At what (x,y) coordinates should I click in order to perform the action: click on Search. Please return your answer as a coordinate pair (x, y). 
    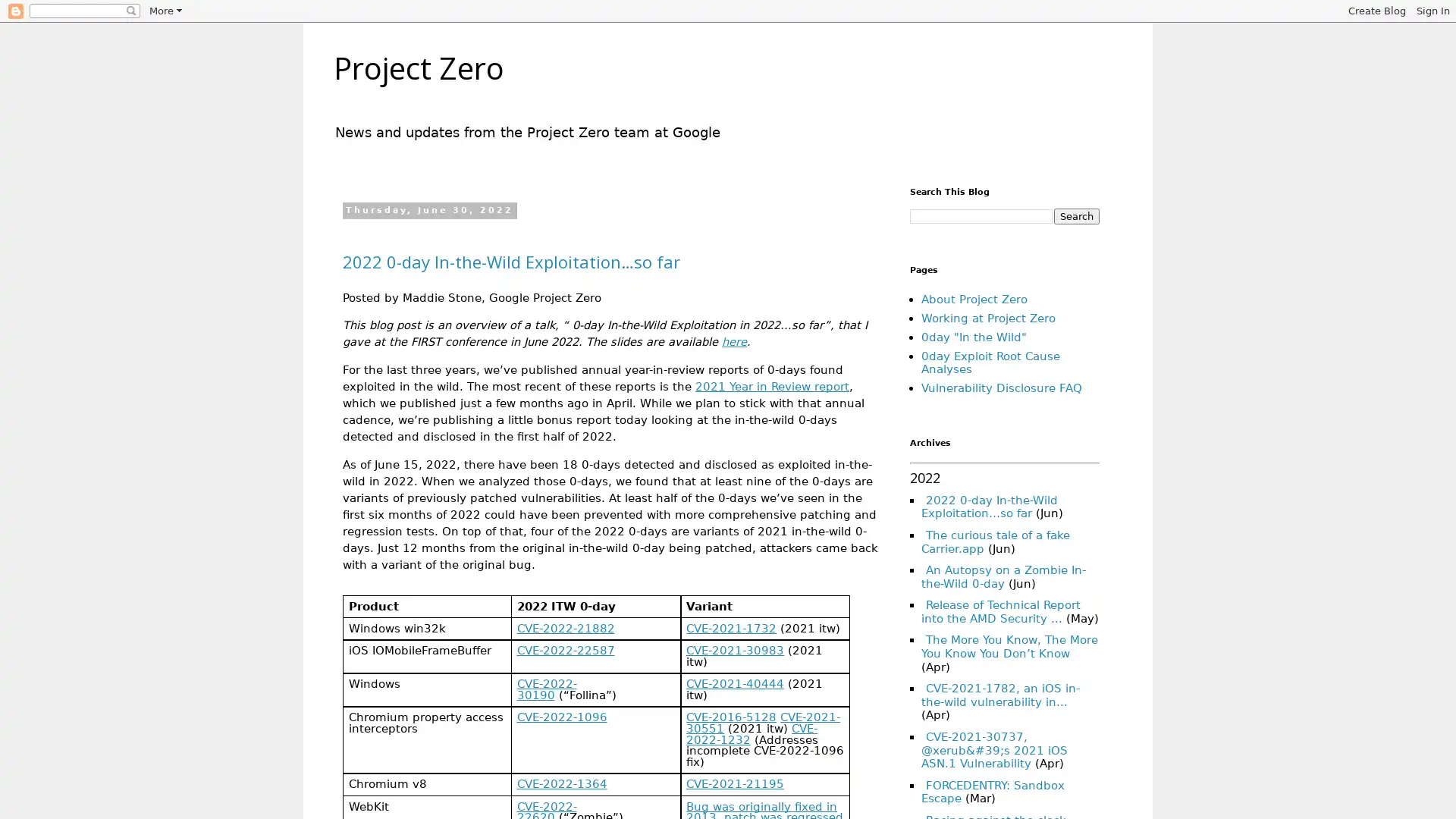
    Looking at the image, I should click on (1076, 216).